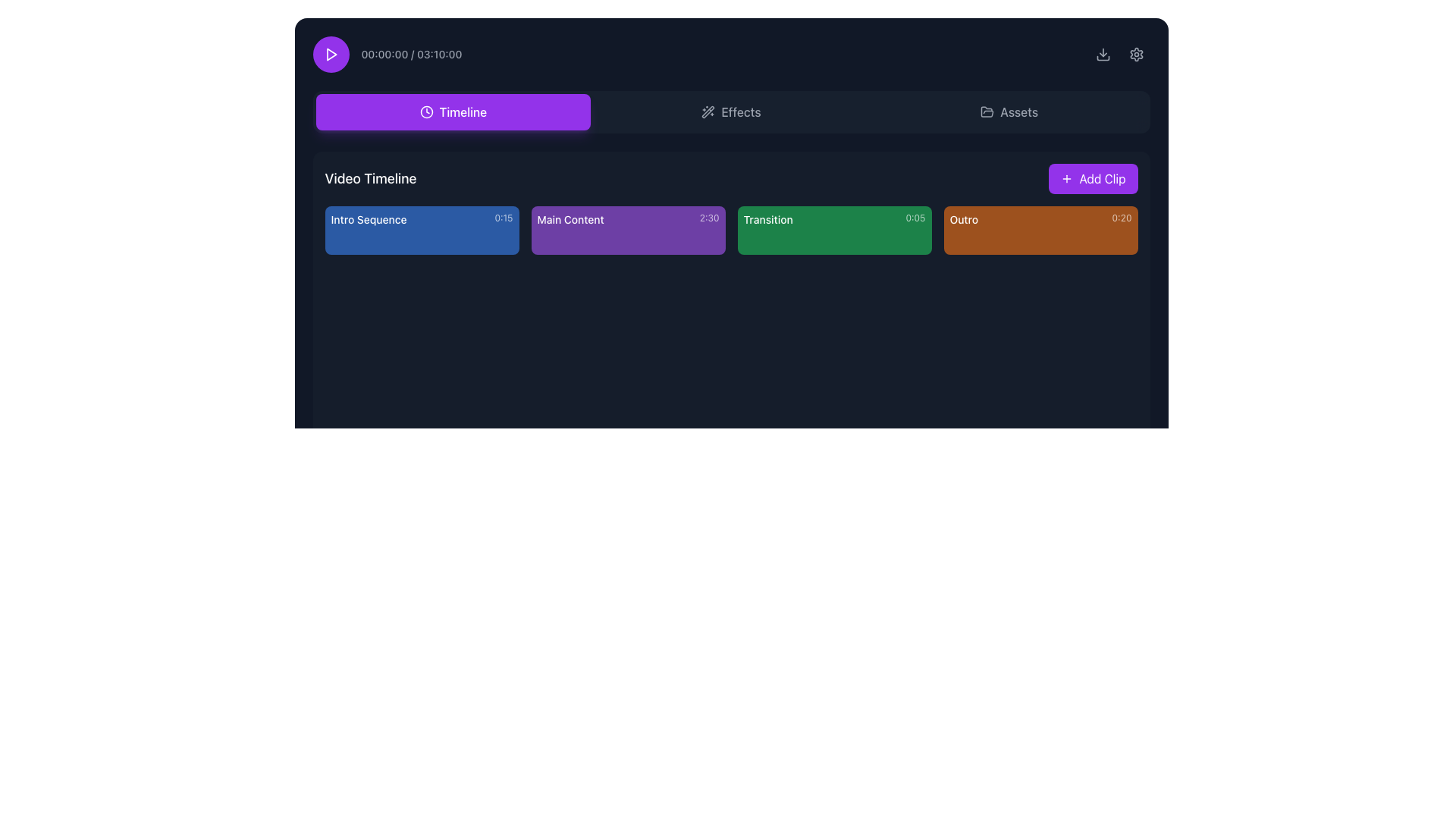 The width and height of the screenshot is (1456, 819). What do you see at coordinates (425, 111) in the screenshot?
I see `the circular clock icon located to the left of the 'Timeline' button, which features thin strokes in a minimalist design` at bounding box center [425, 111].